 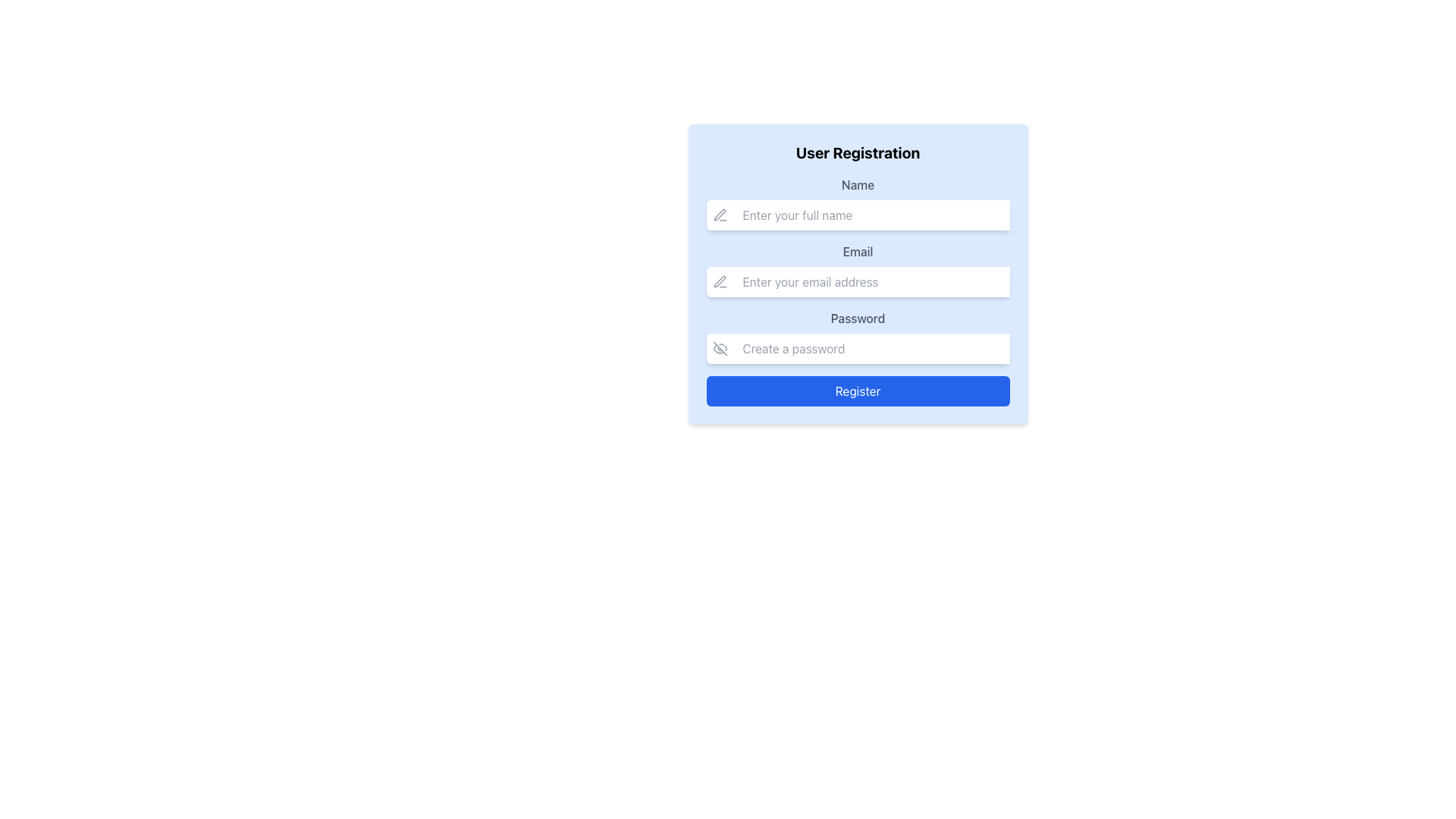 I want to click on the pen-like SVG icon with a gray stroke located next to the 'Email' input field, so click(x=719, y=281).